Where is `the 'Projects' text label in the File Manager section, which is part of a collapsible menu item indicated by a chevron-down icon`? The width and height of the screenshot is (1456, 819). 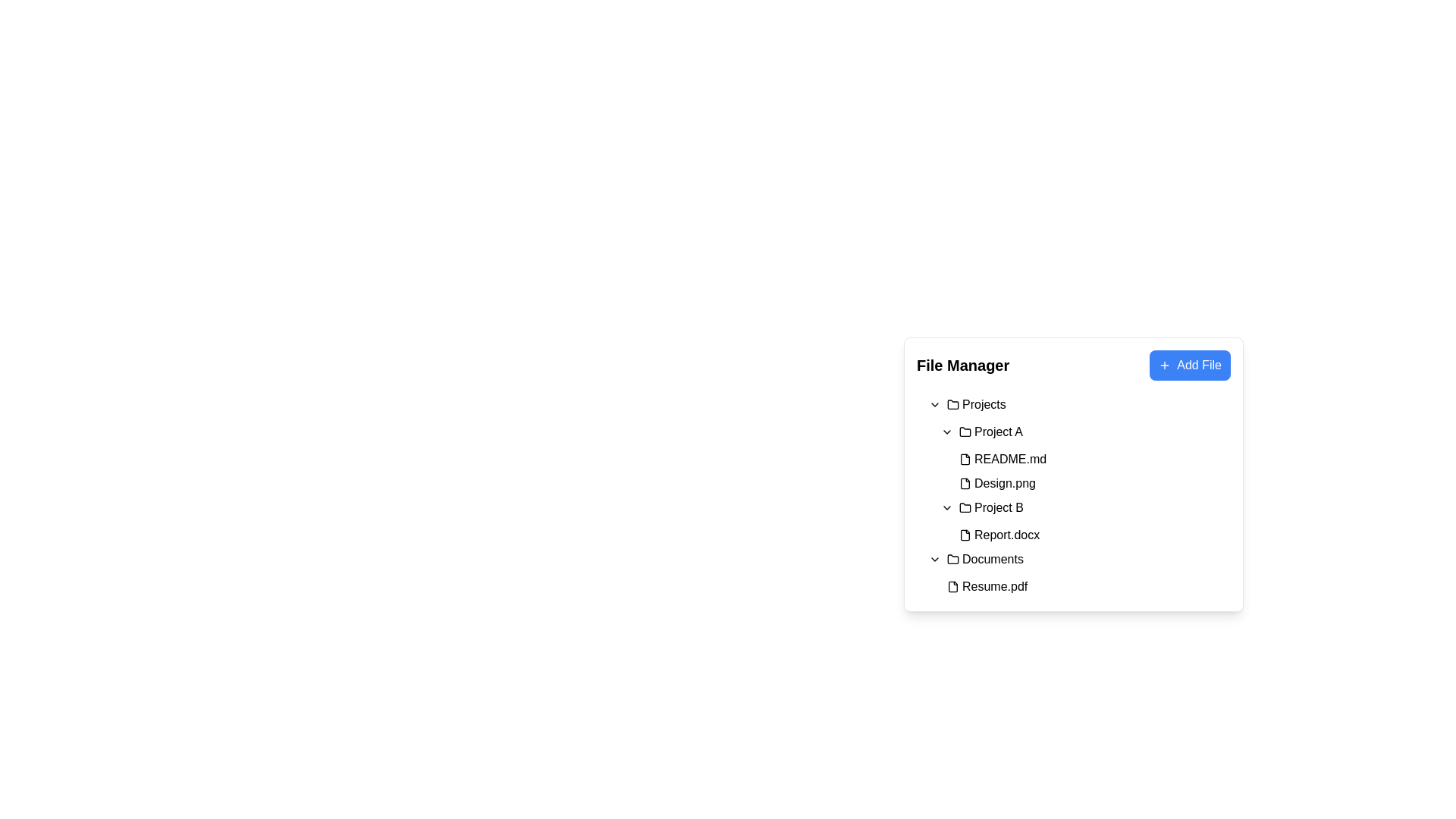 the 'Projects' text label in the File Manager section, which is part of a collapsible menu item indicated by a chevron-down icon is located at coordinates (976, 403).